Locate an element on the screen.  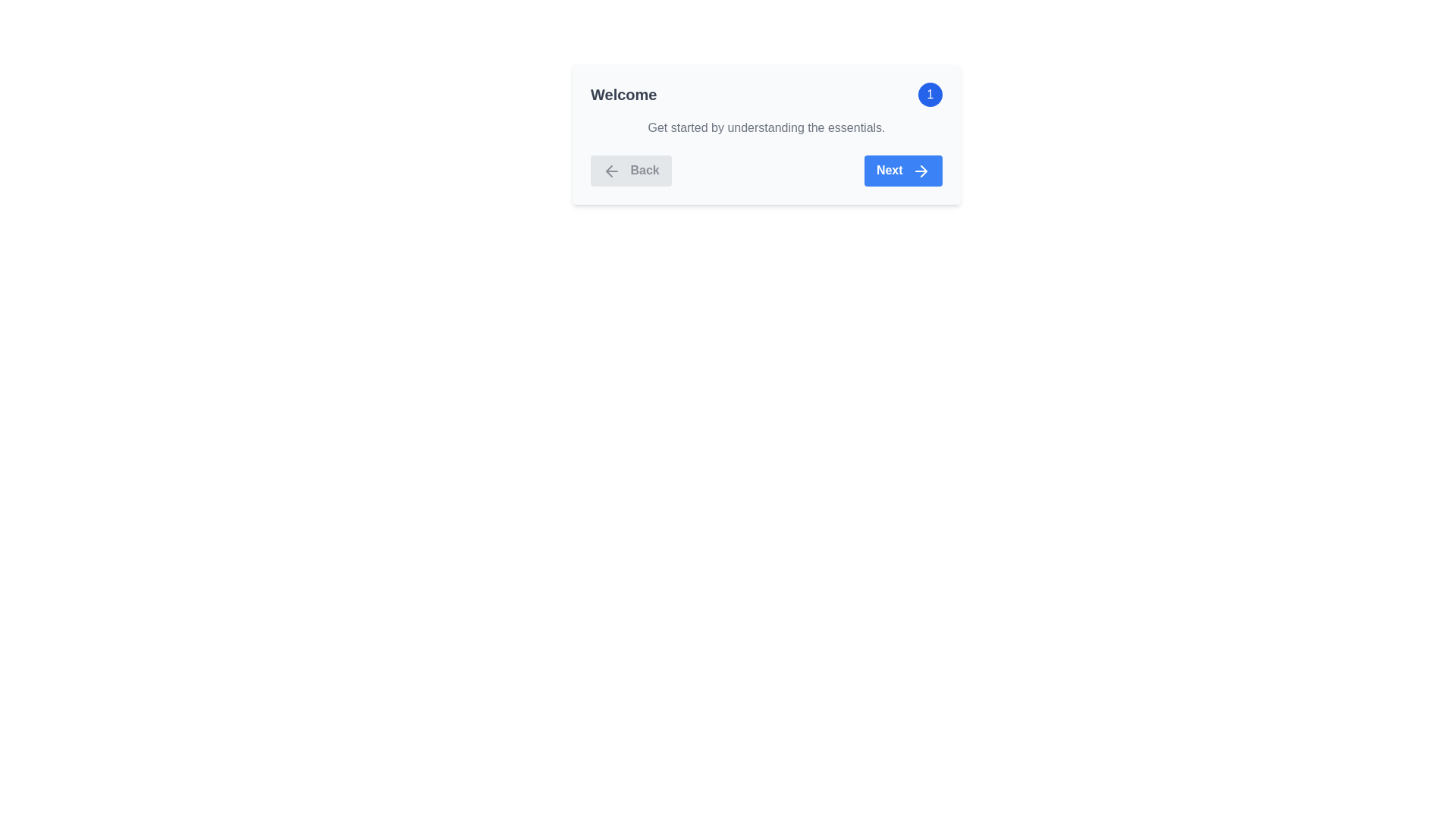
the backward navigation icon located on the left side of the 'Back' button is located at coordinates (609, 171).